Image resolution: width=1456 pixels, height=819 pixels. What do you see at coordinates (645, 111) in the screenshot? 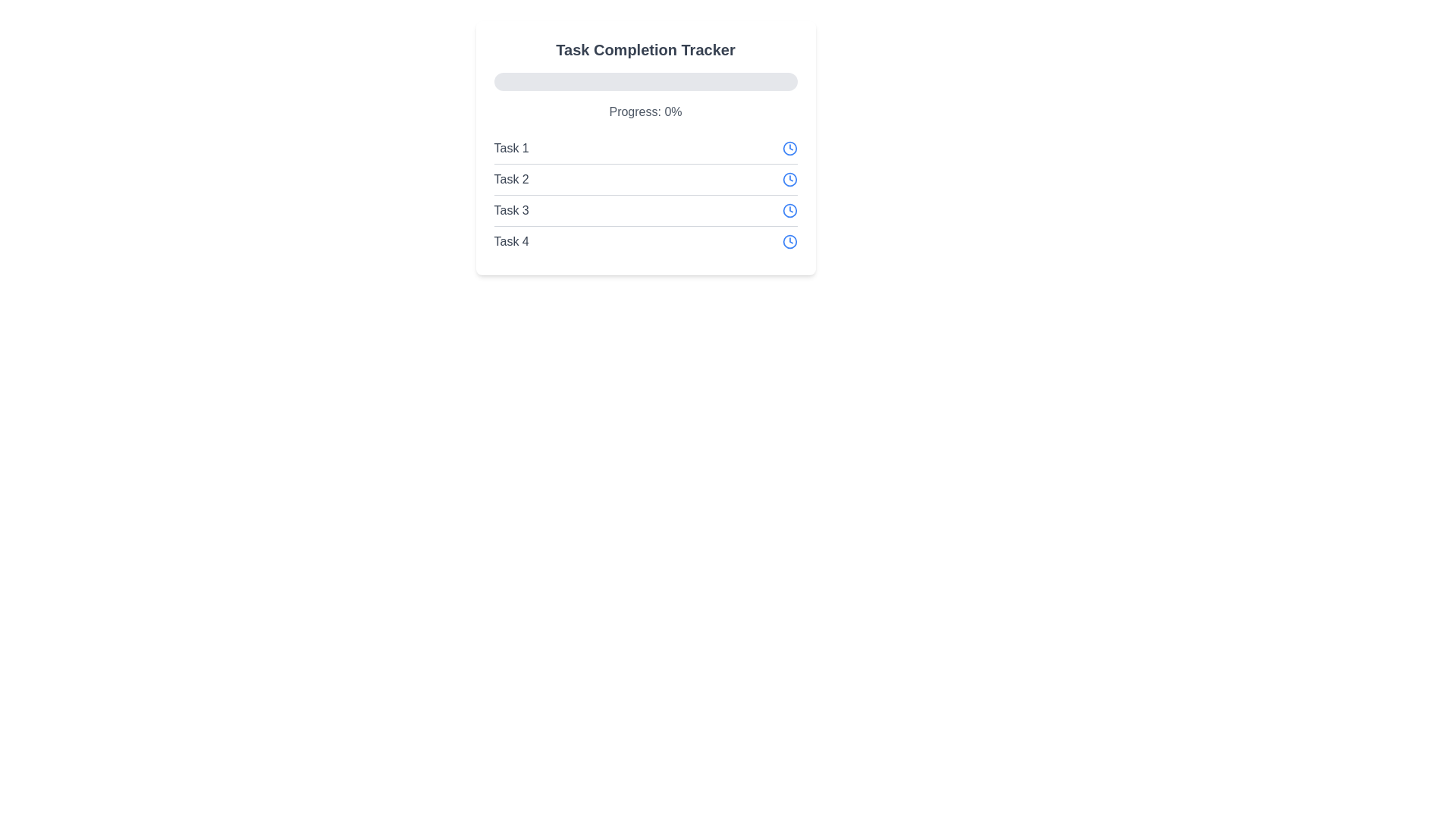
I see `displayed information from the text label showing 'Progress: 0%' which is styled with a gray font on a white background, located below the progress bar in the 'Task Completion Tracker' interface` at bounding box center [645, 111].